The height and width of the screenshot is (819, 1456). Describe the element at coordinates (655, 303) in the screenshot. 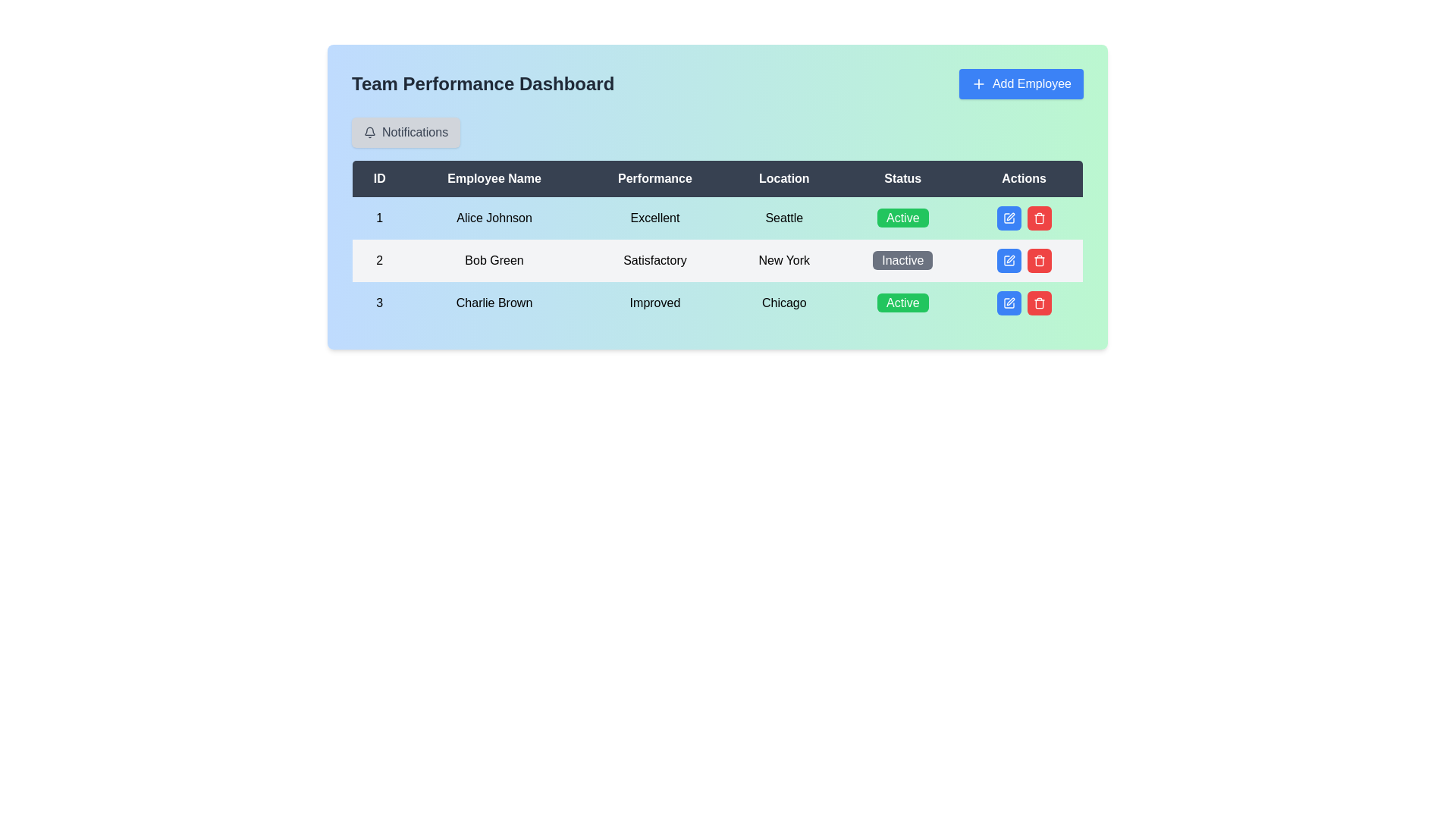

I see `the text label containing the word 'Improved' located in the 'Performance' column of the table aligned with the 'Charlie Brown' row` at that location.